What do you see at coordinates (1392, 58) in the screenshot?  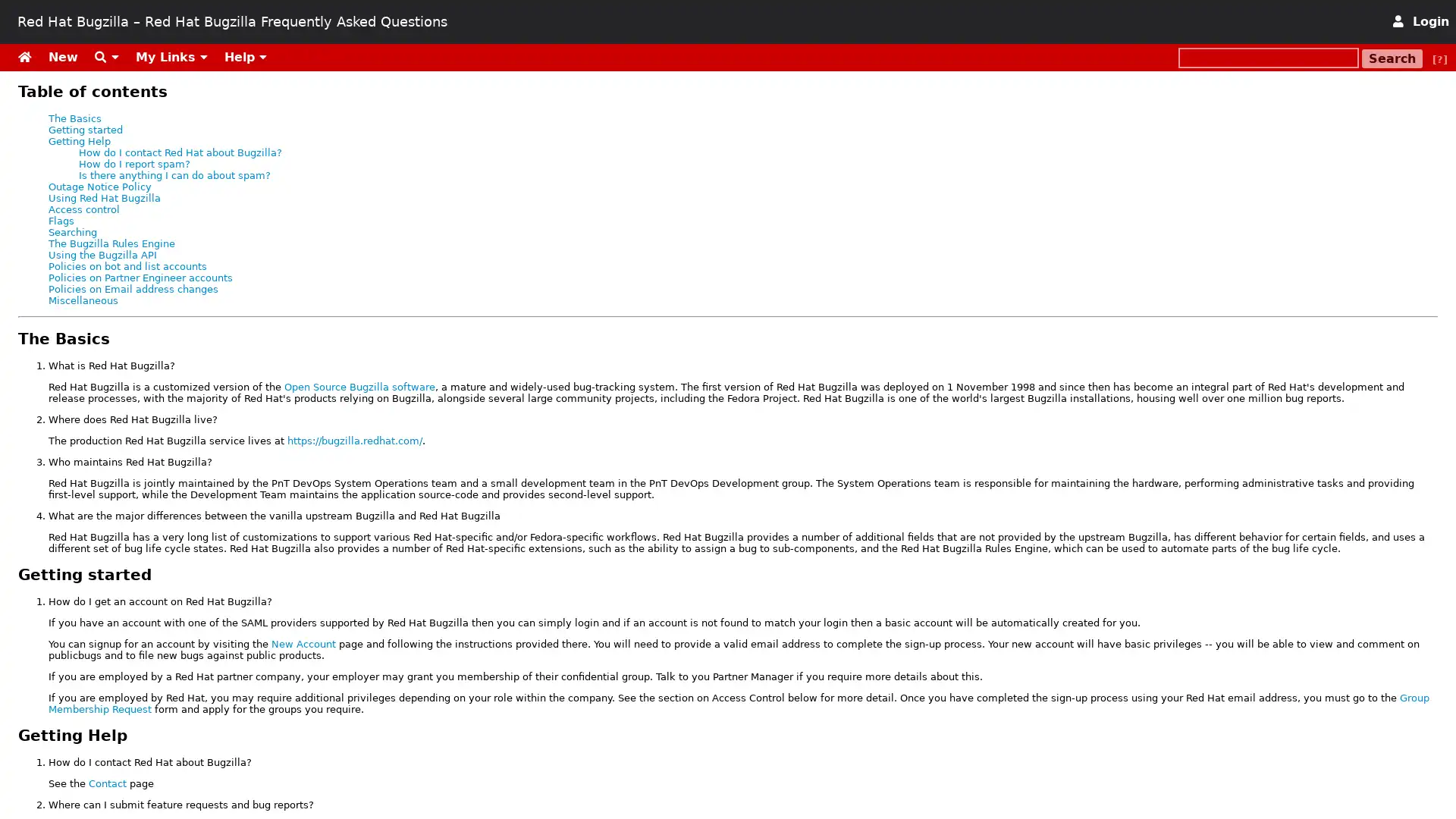 I see `Search` at bounding box center [1392, 58].